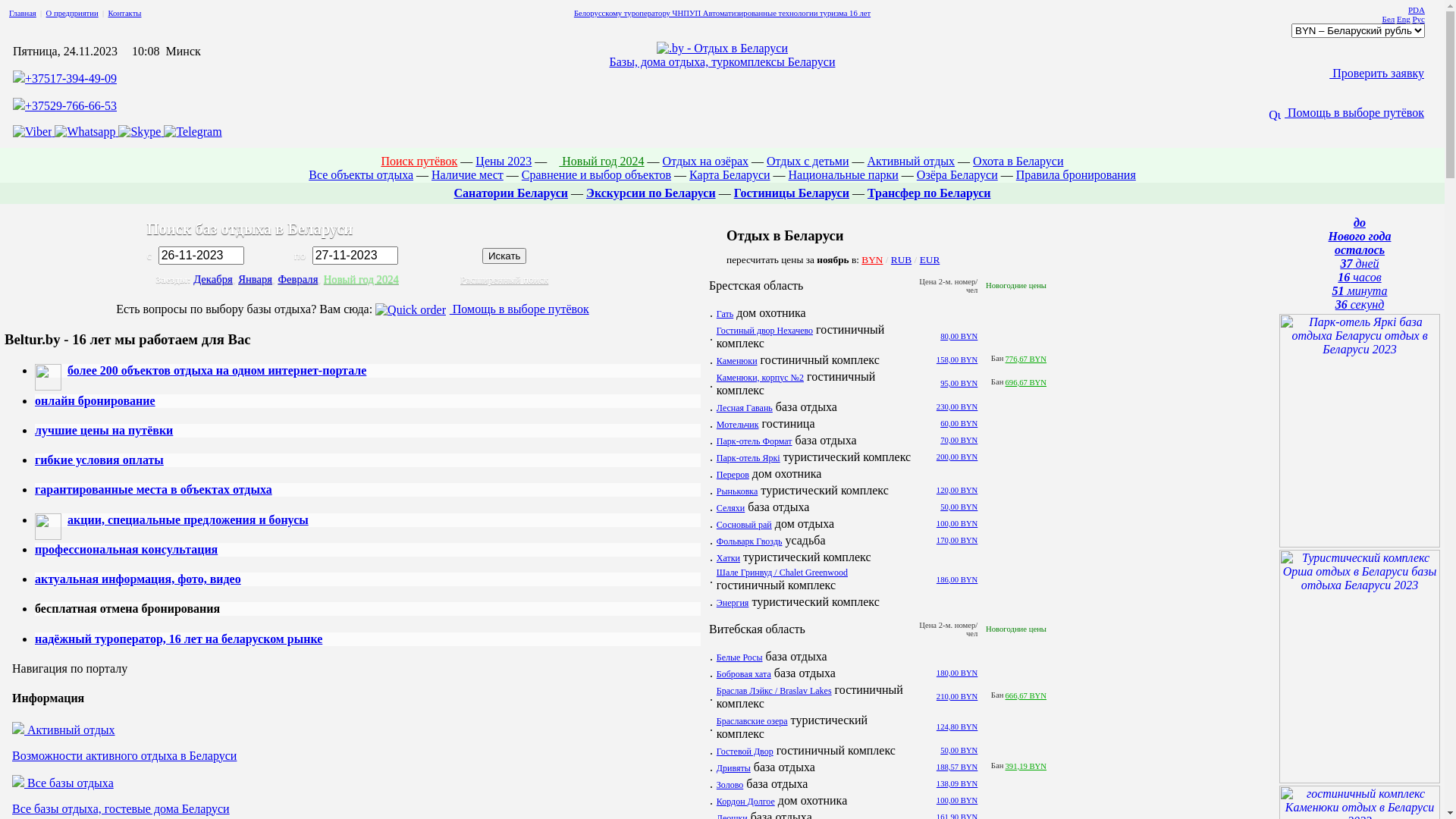 The width and height of the screenshot is (1456, 819). What do you see at coordinates (1026, 766) in the screenshot?
I see `'391,19 BYN'` at bounding box center [1026, 766].